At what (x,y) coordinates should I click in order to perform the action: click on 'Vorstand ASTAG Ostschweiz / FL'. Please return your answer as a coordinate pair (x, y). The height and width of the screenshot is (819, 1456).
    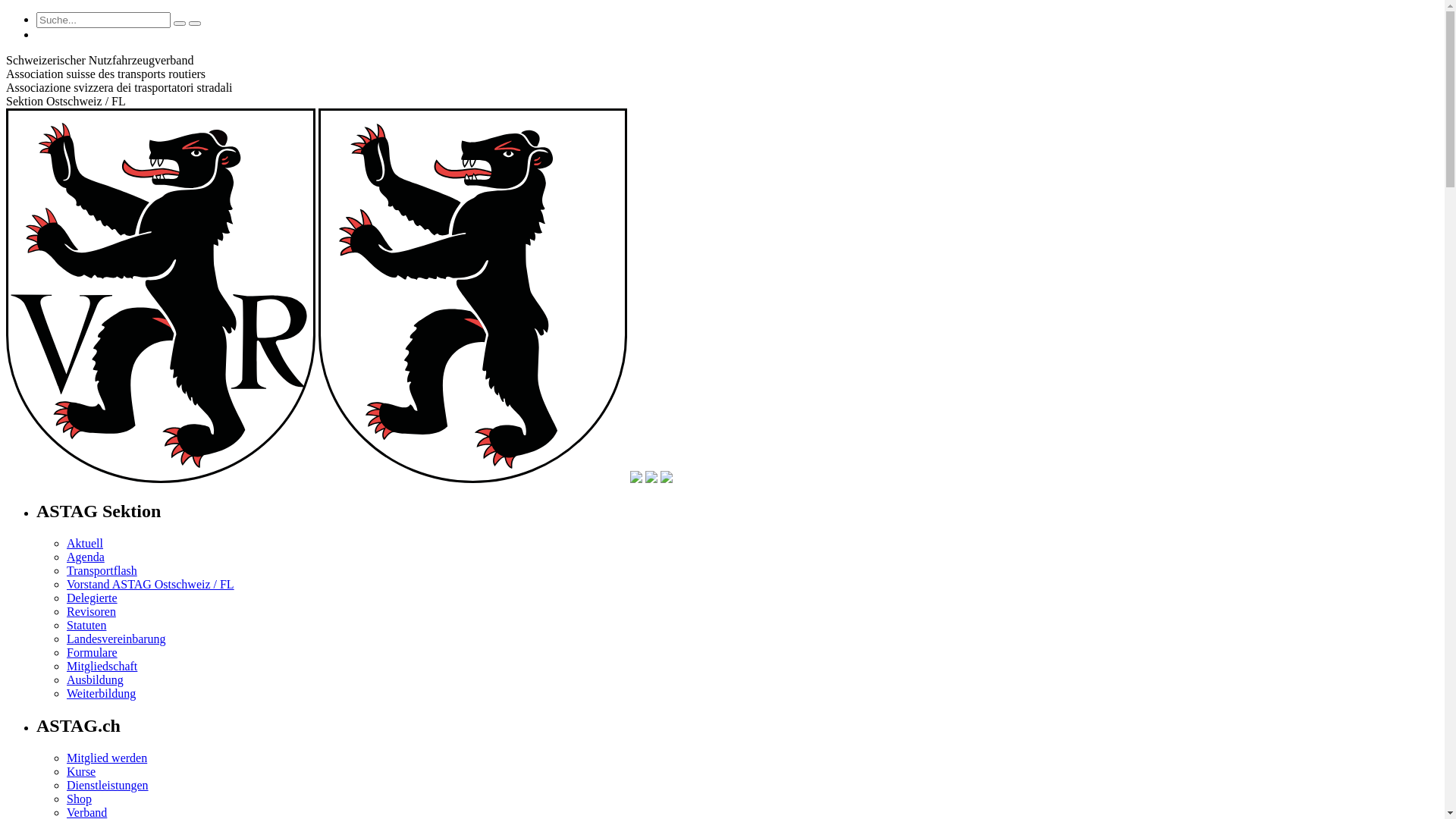
    Looking at the image, I should click on (65, 583).